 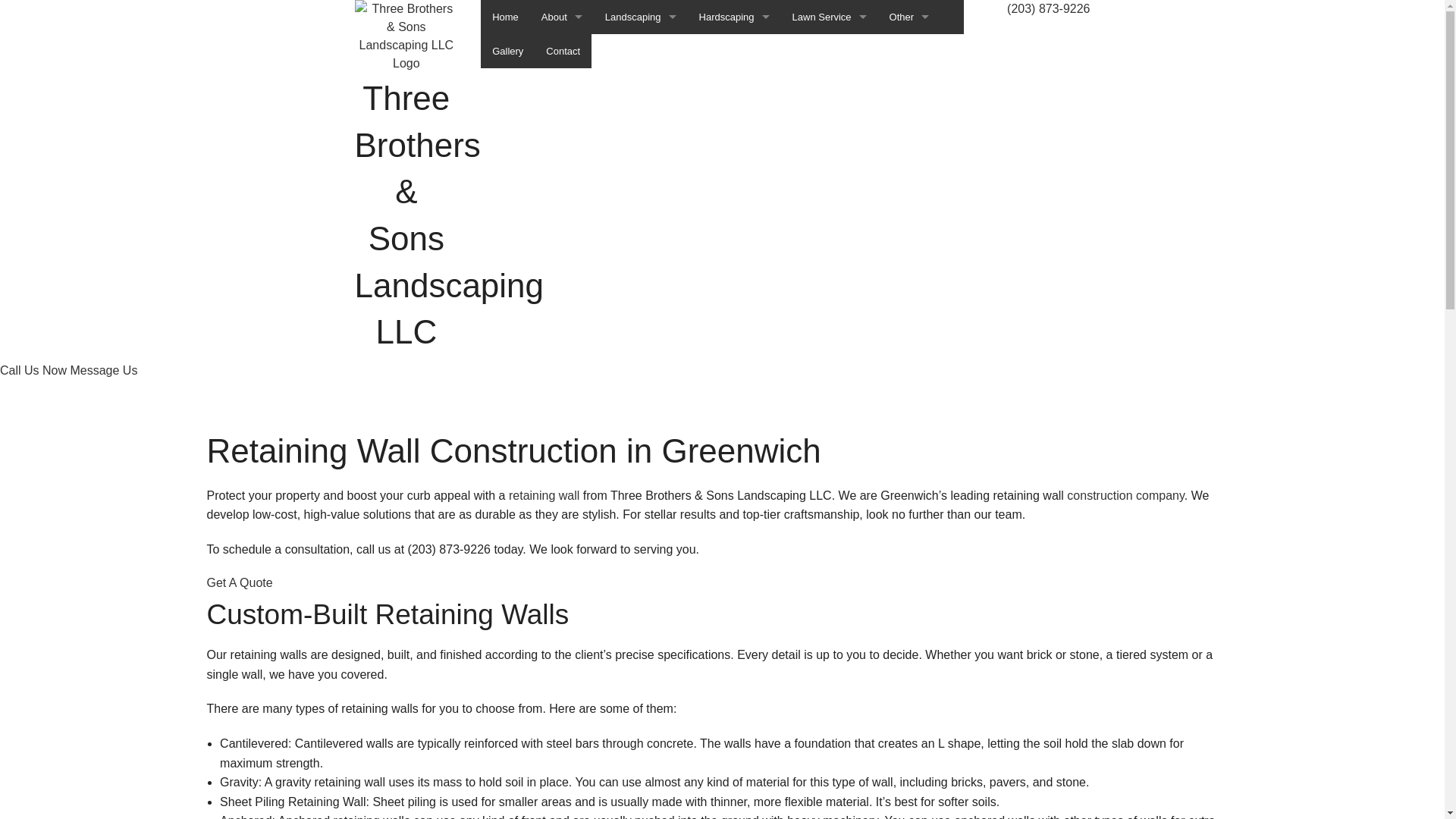 I want to click on 'construction company', so click(x=1065, y=495).